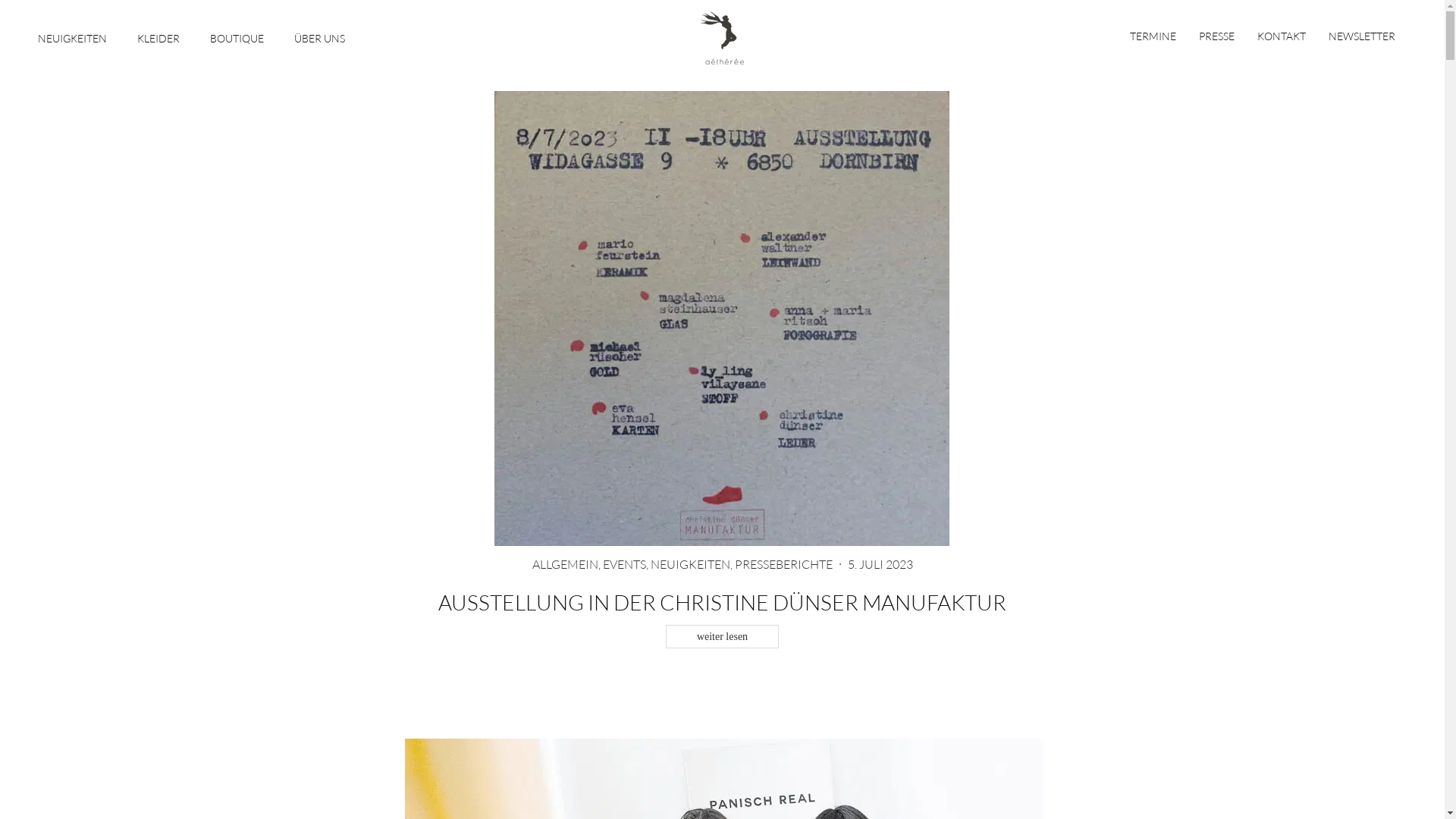  What do you see at coordinates (71, 35) in the screenshot?
I see `'NEUIGKEITEN'` at bounding box center [71, 35].